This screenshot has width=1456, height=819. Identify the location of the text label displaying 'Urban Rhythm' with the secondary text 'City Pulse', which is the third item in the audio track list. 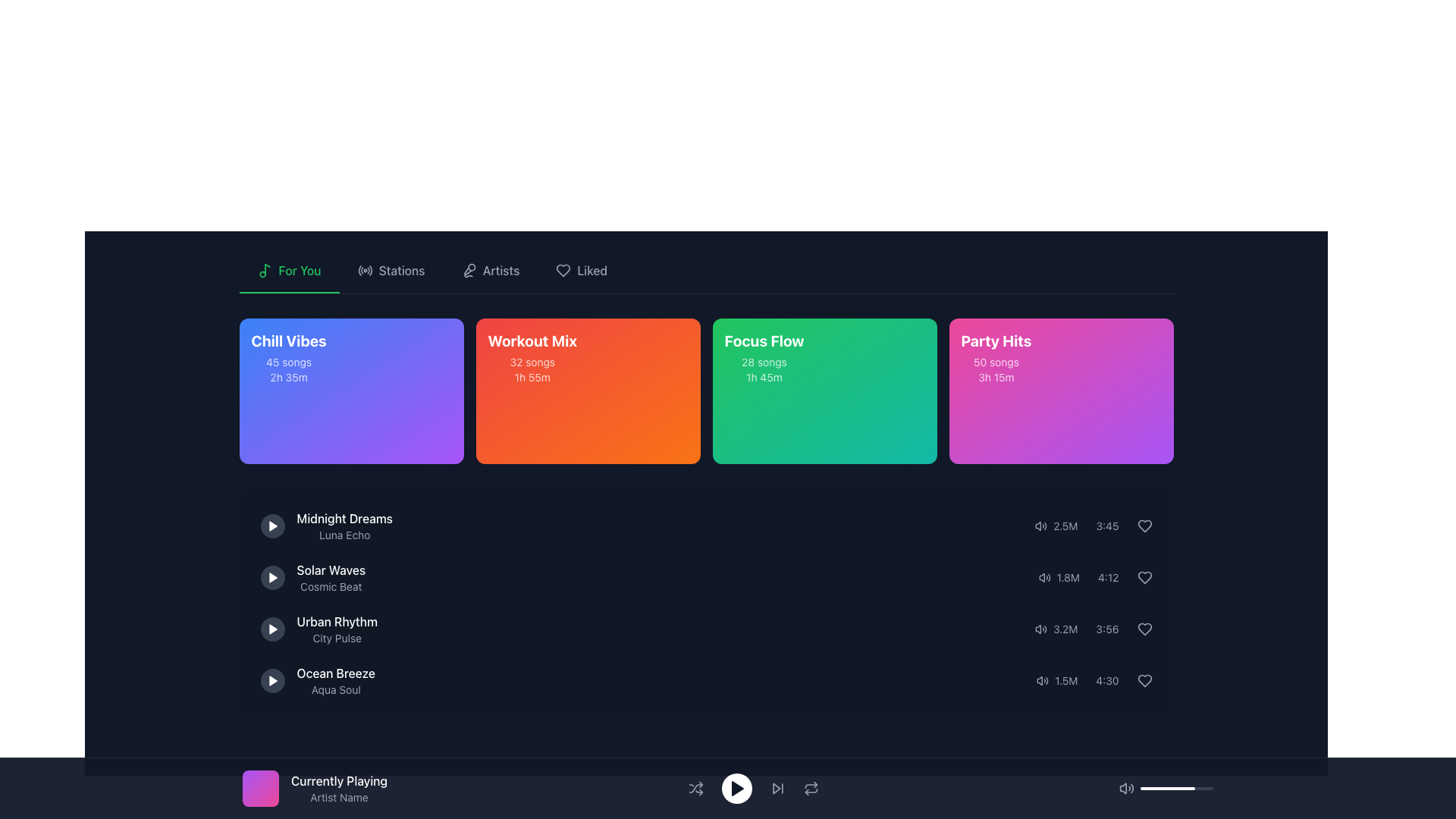
(318, 629).